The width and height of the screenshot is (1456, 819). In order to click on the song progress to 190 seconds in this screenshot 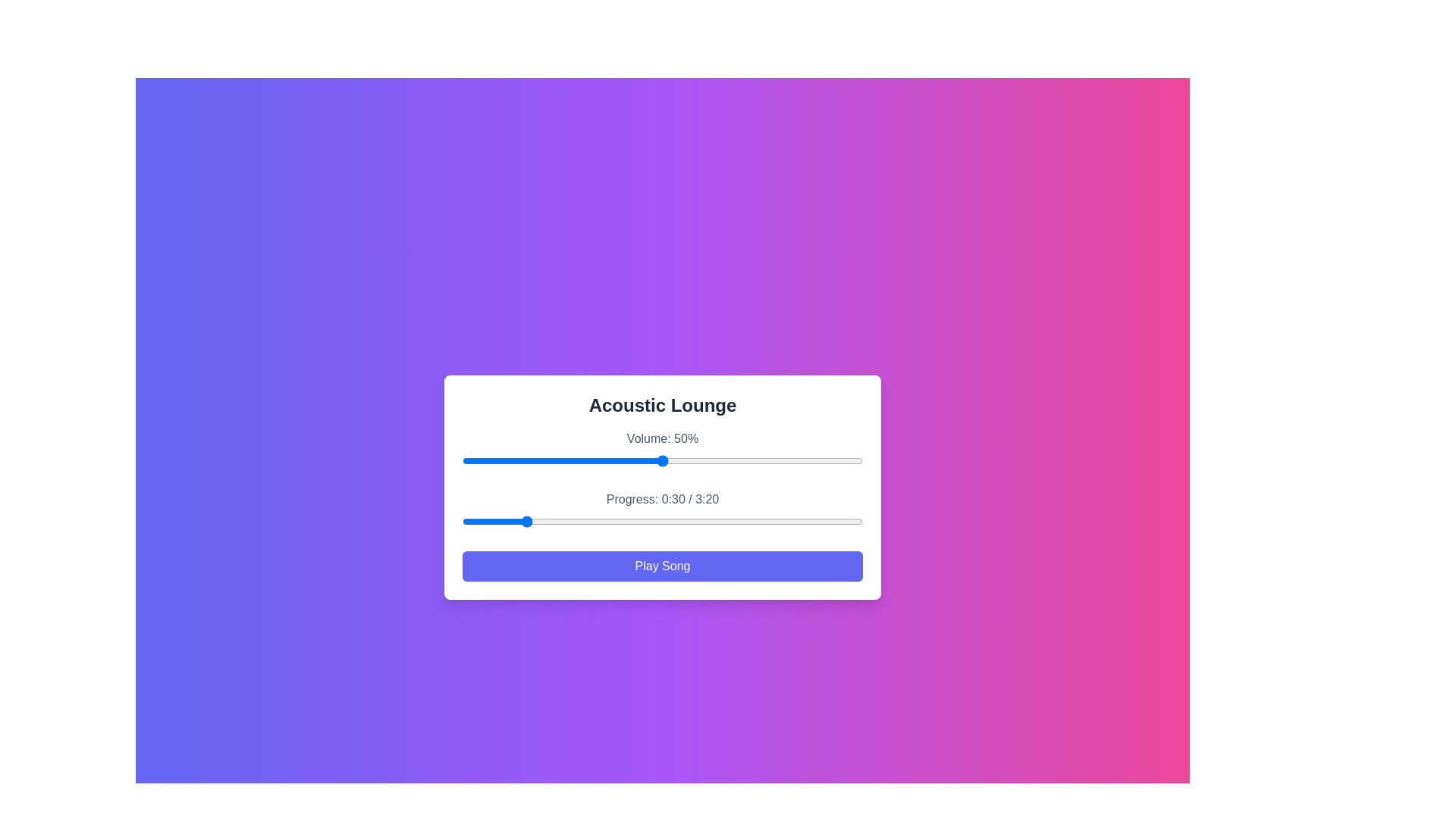, I will do `click(842, 520)`.